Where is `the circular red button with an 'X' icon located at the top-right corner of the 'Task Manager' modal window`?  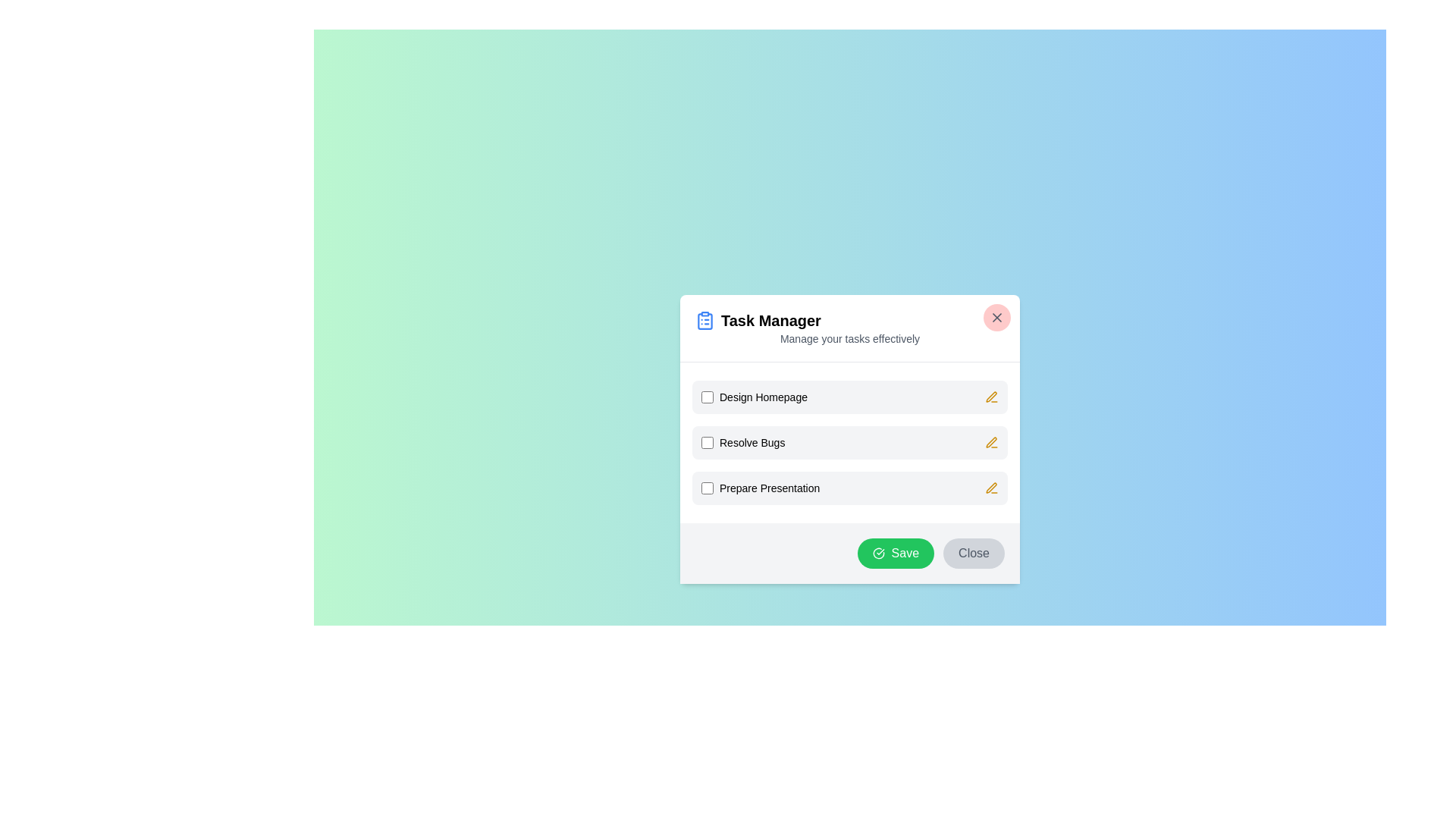 the circular red button with an 'X' icon located at the top-right corner of the 'Task Manager' modal window is located at coordinates (997, 315).